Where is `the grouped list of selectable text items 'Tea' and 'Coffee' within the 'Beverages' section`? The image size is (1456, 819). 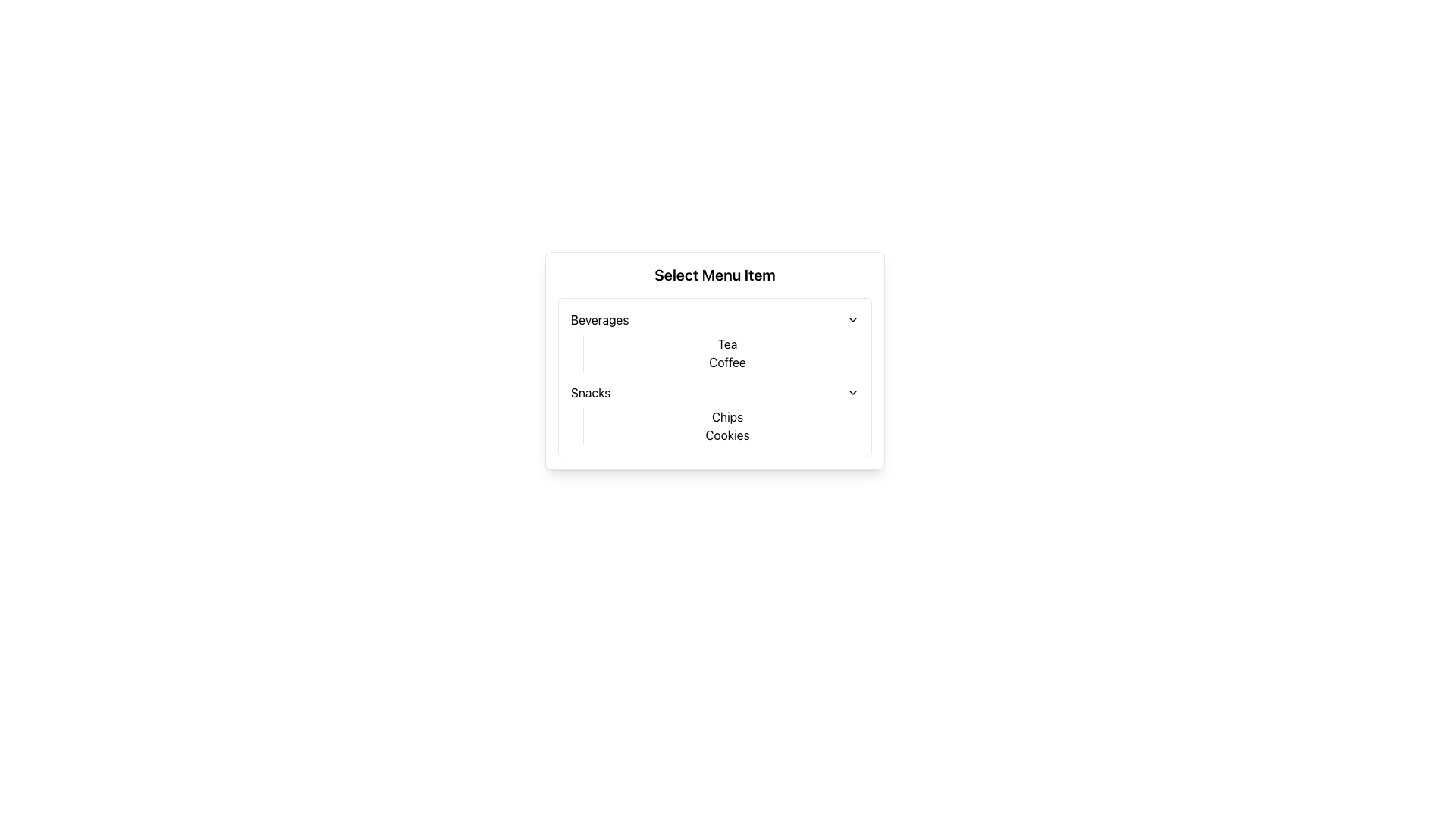 the grouped list of selectable text items 'Tea' and 'Coffee' within the 'Beverages' section is located at coordinates (720, 353).